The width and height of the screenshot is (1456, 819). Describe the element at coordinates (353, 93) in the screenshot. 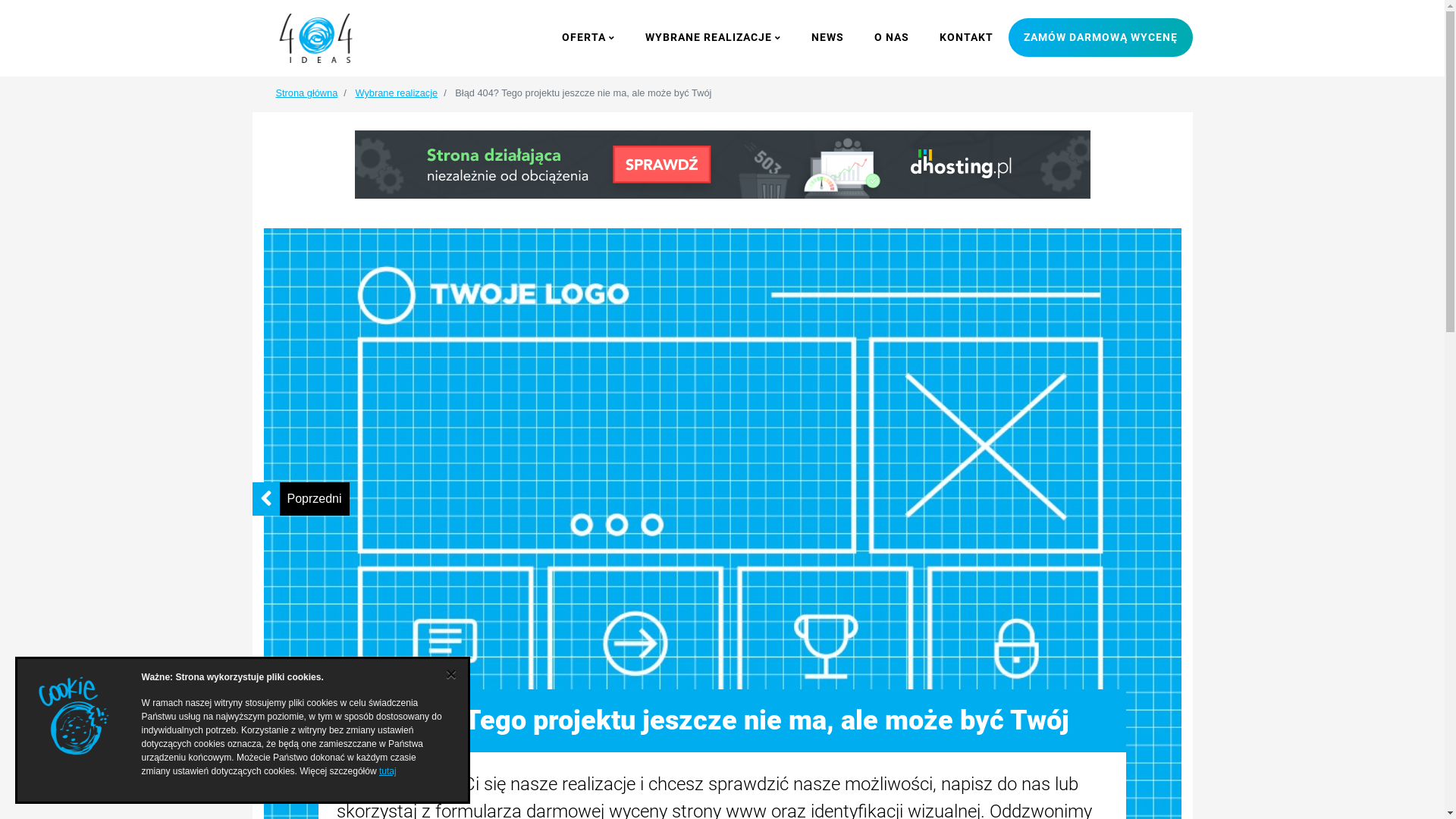

I see `'Wybrane realizacje'` at that location.